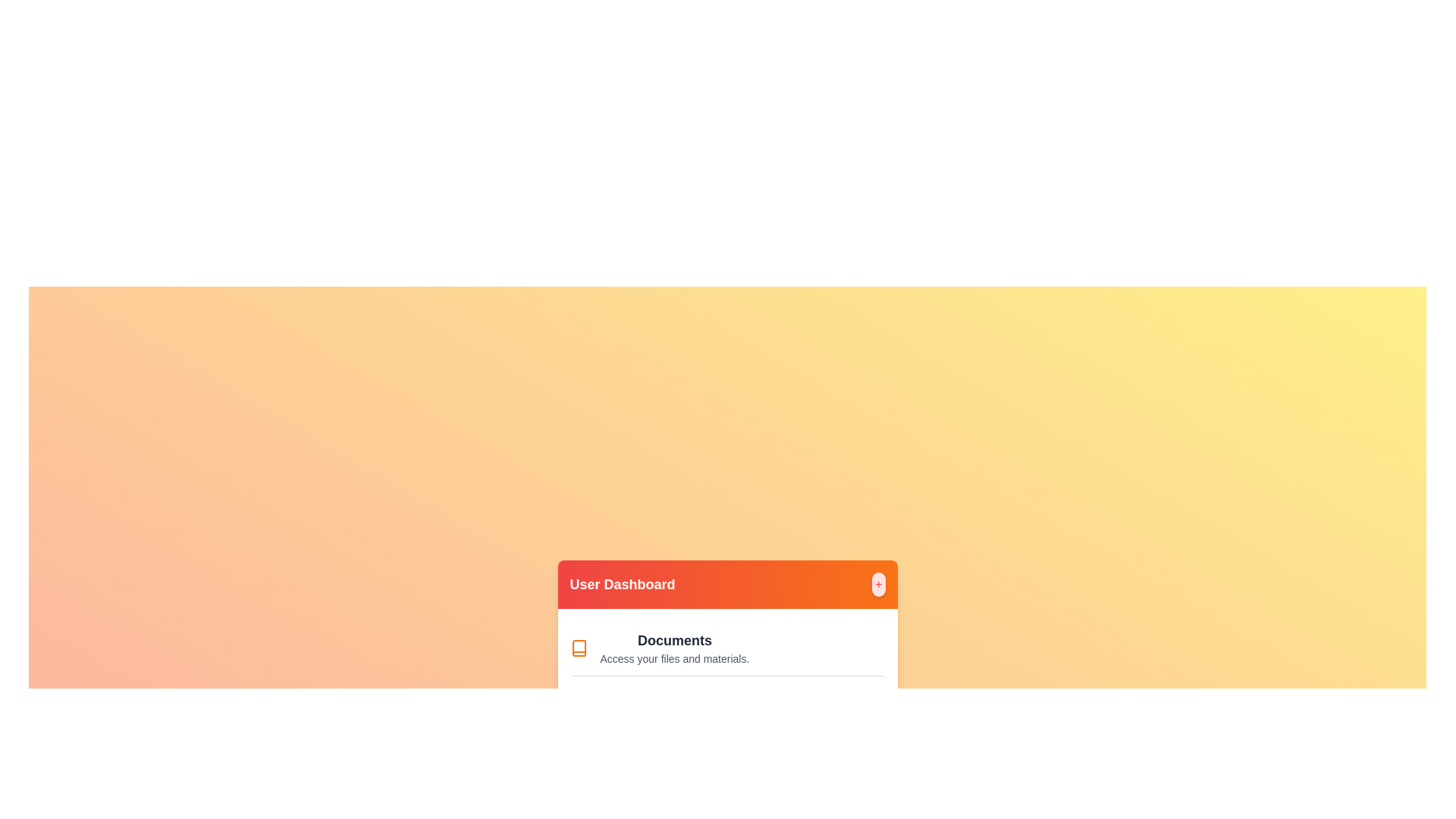  Describe the element at coordinates (673, 640) in the screenshot. I see `the 'Documents' menu item to access its functionality` at that location.